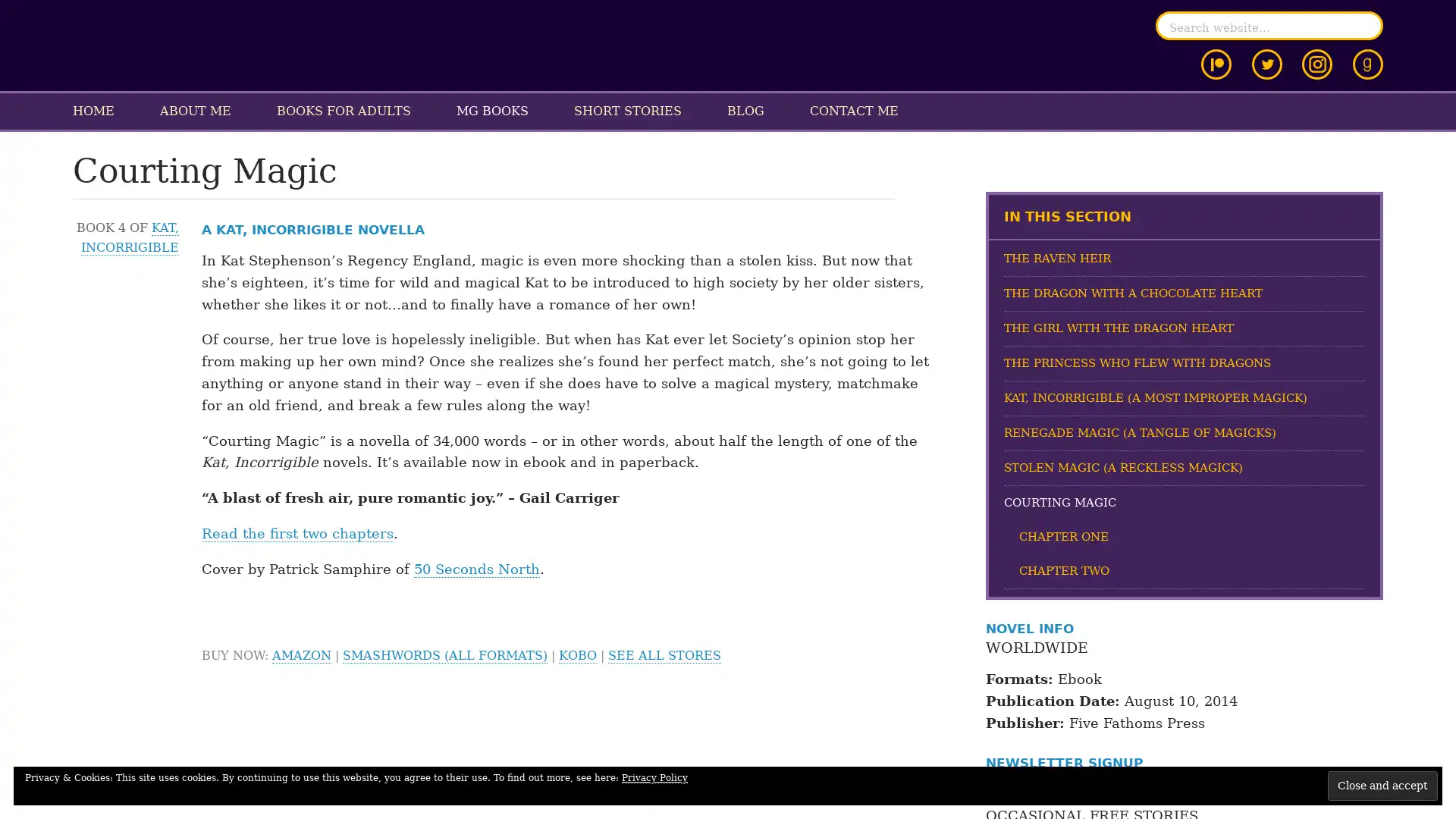 The width and height of the screenshot is (1456, 819). What do you see at coordinates (1365, 26) in the screenshot?
I see `Search` at bounding box center [1365, 26].